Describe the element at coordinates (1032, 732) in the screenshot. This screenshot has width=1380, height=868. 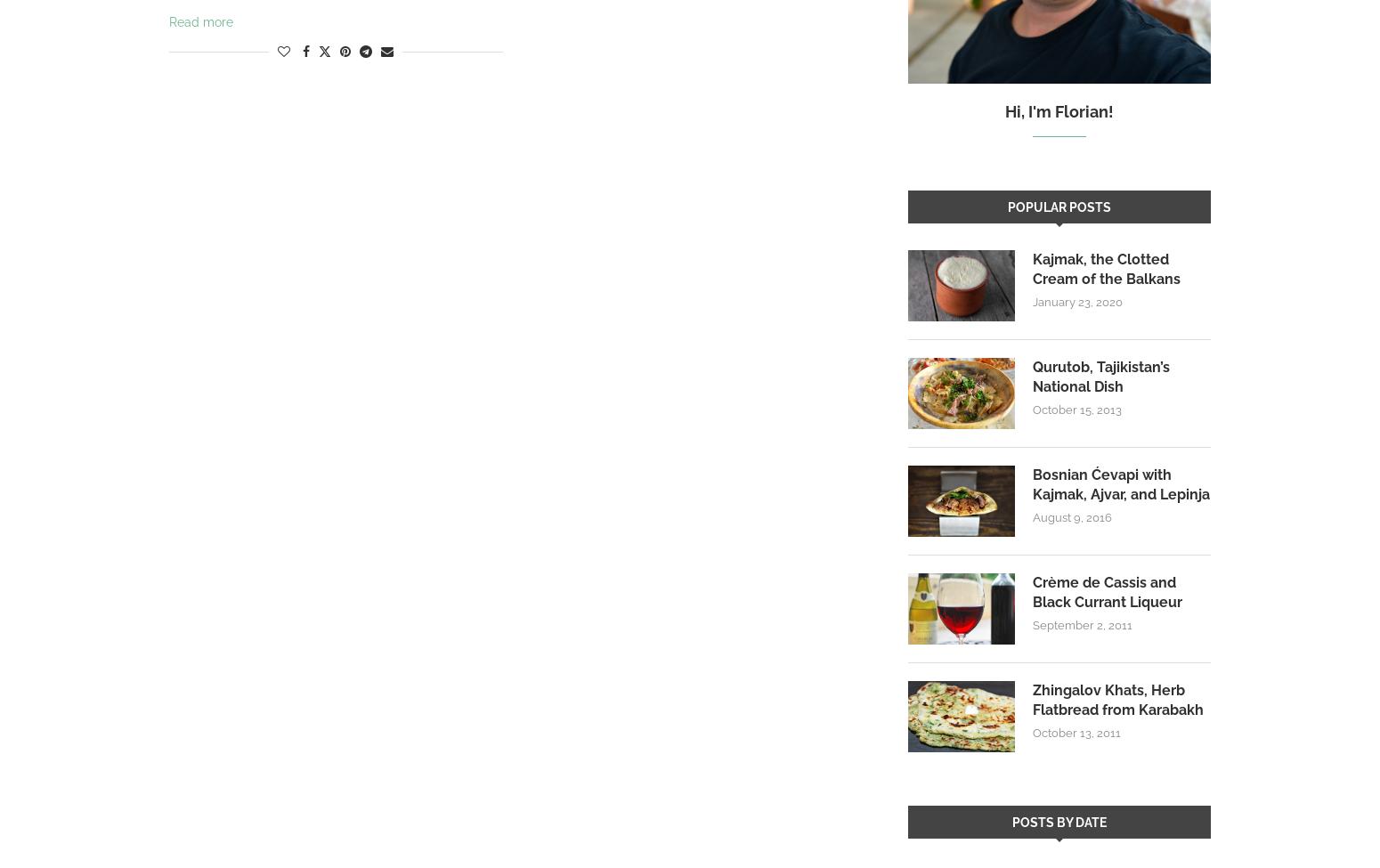
I see `'October 13, 2011'` at that location.